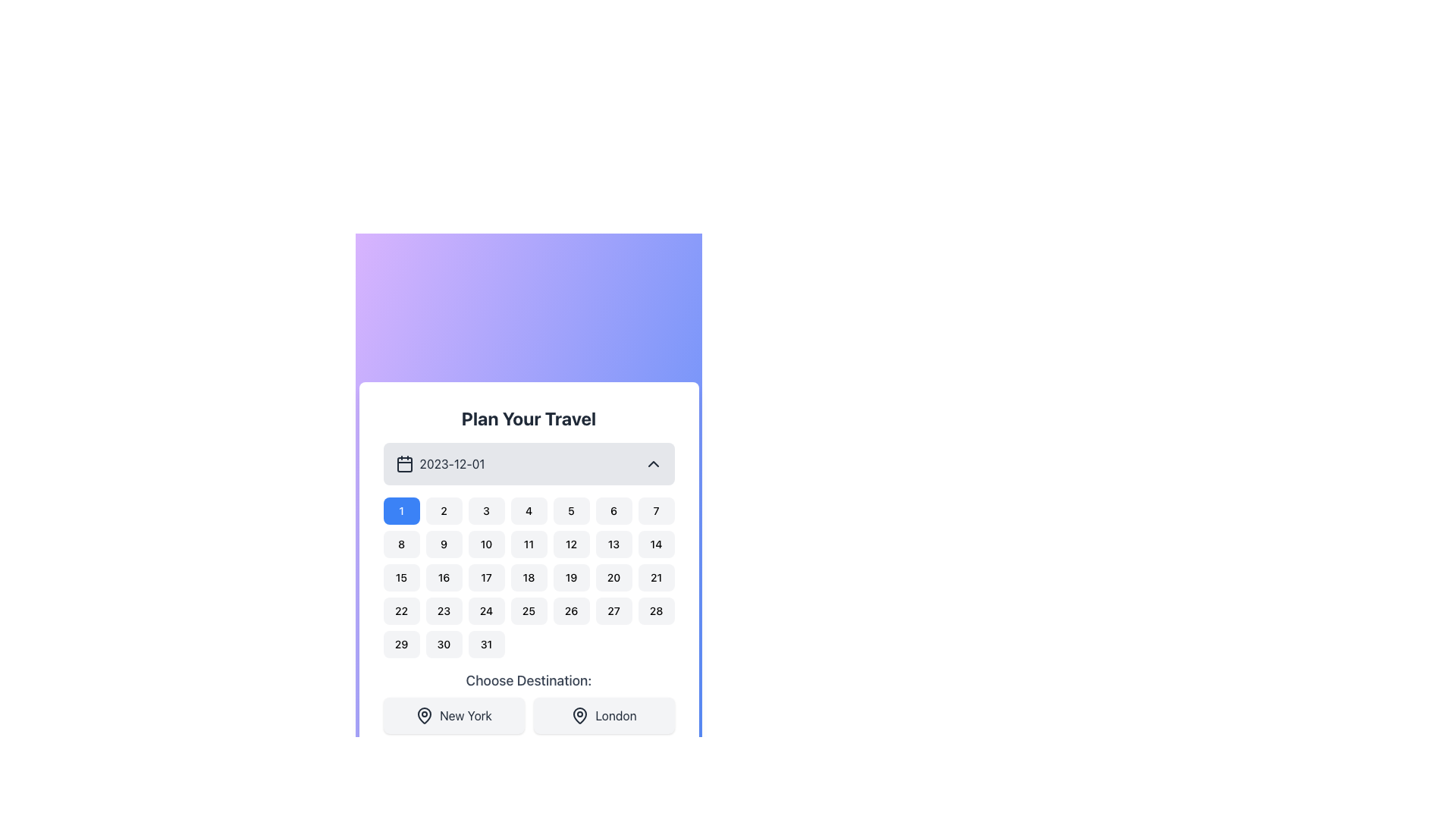 The width and height of the screenshot is (1456, 819). Describe the element at coordinates (570, 511) in the screenshot. I see `the date selection button representing the 5th day in the calendar interface` at that location.